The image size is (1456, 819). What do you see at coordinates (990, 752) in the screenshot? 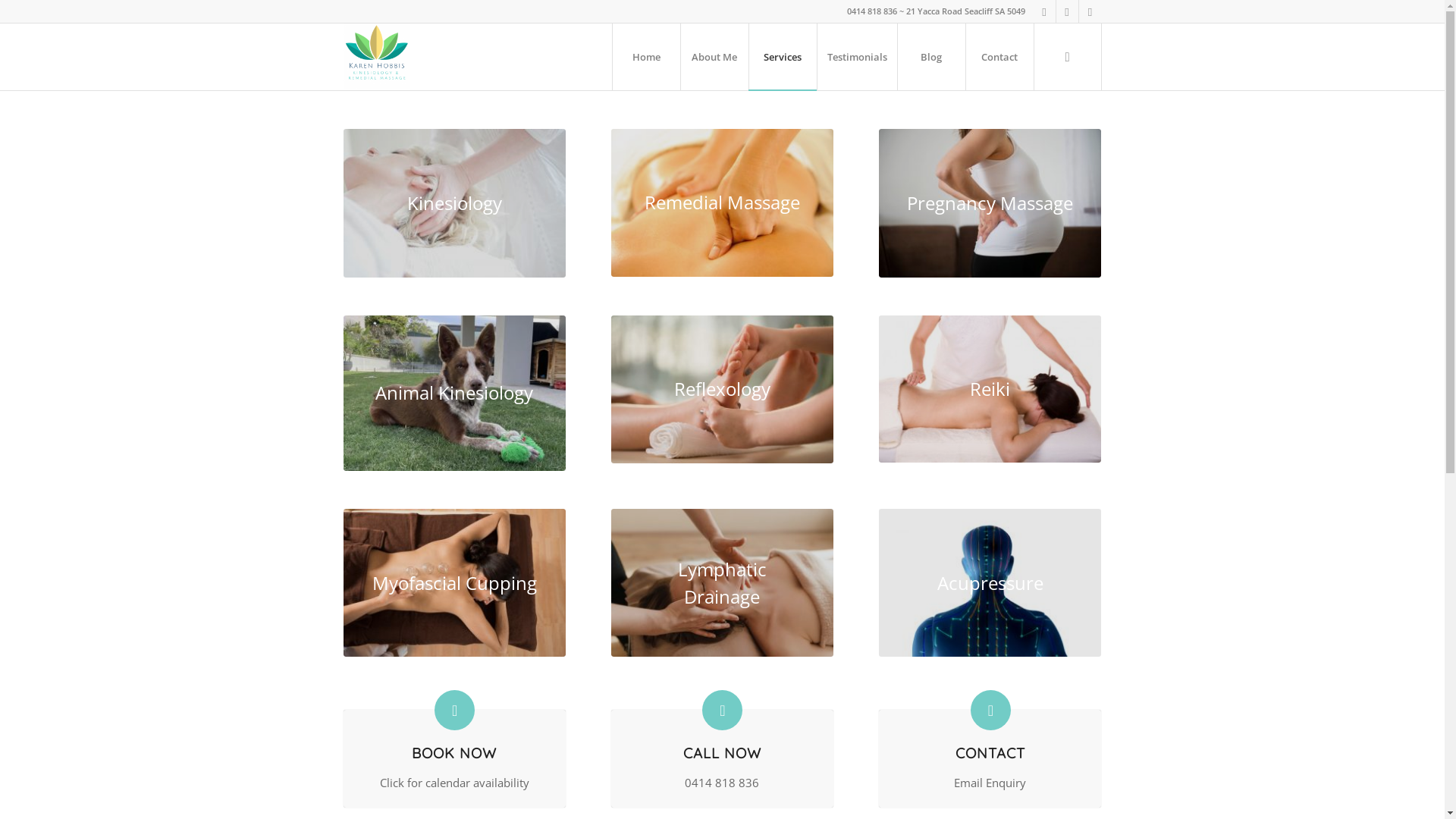
I see `'CONTACT'` at bounding box center [990, 752].